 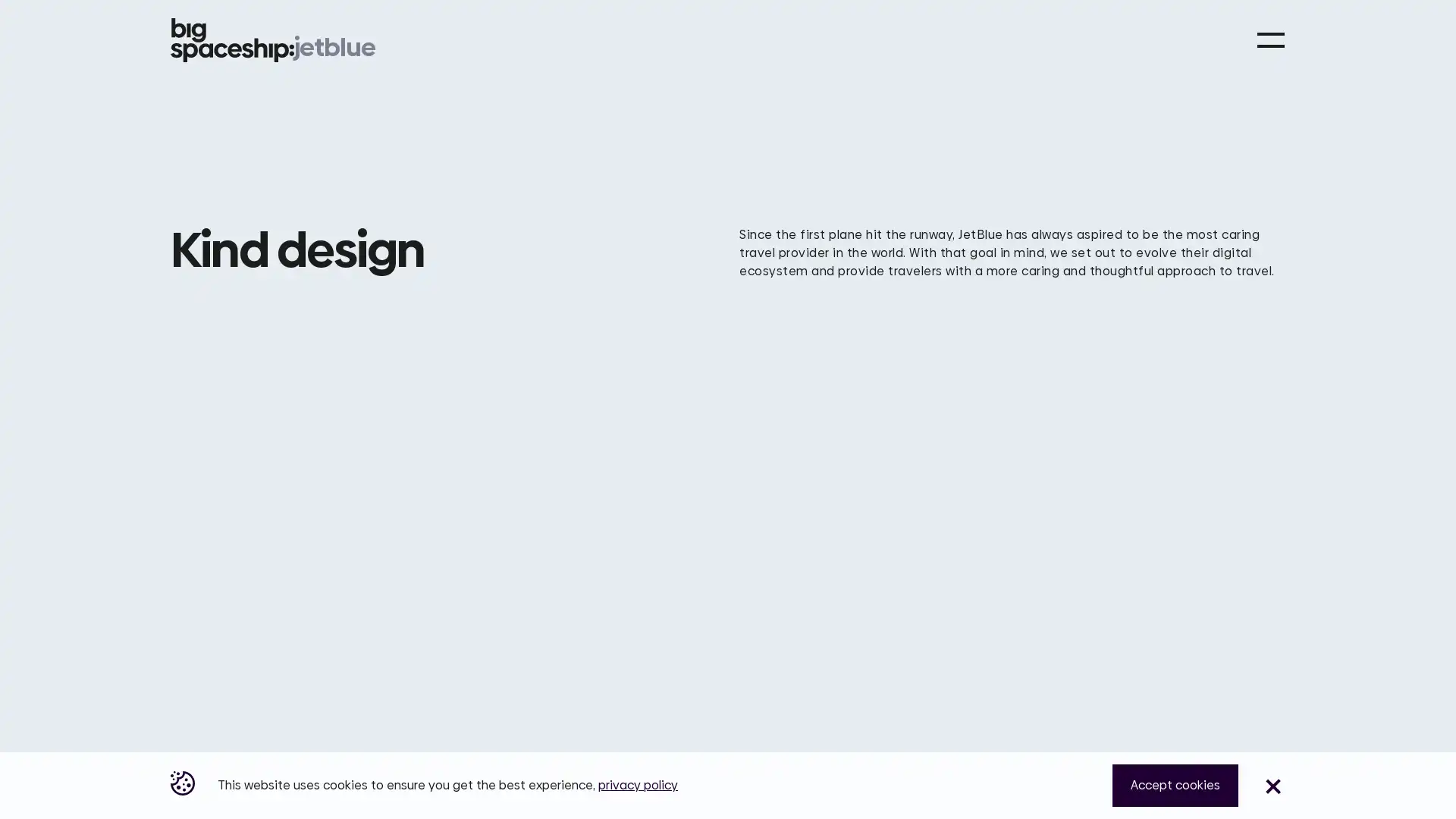 I want to click on Close, so click(x=1273, y=786).